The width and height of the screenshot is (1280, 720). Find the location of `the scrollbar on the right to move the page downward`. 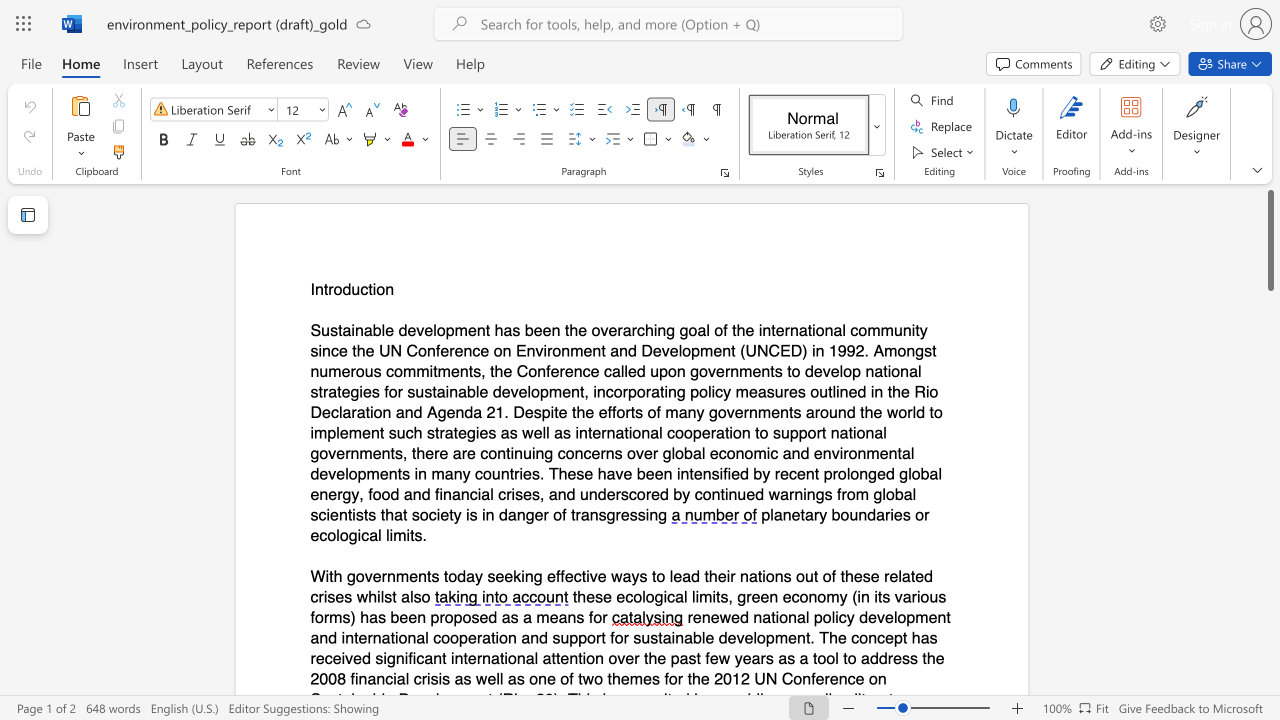

the scrollbar on the right to move the page downward is located at coordinates (1269, 508).